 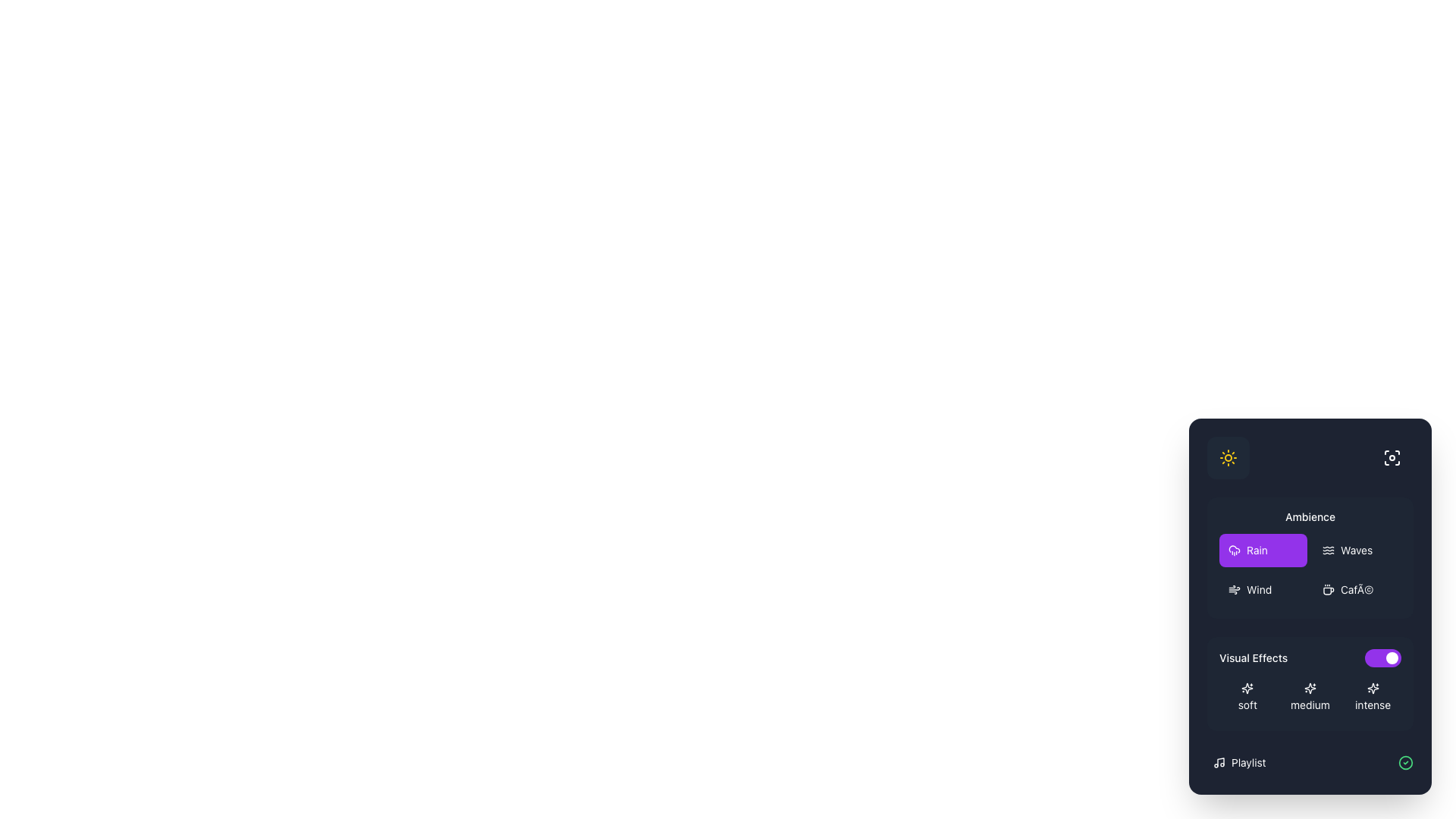 I want to click on the fourth button in the 'Ambience' section of the interface, so click(x=1357, y=589).